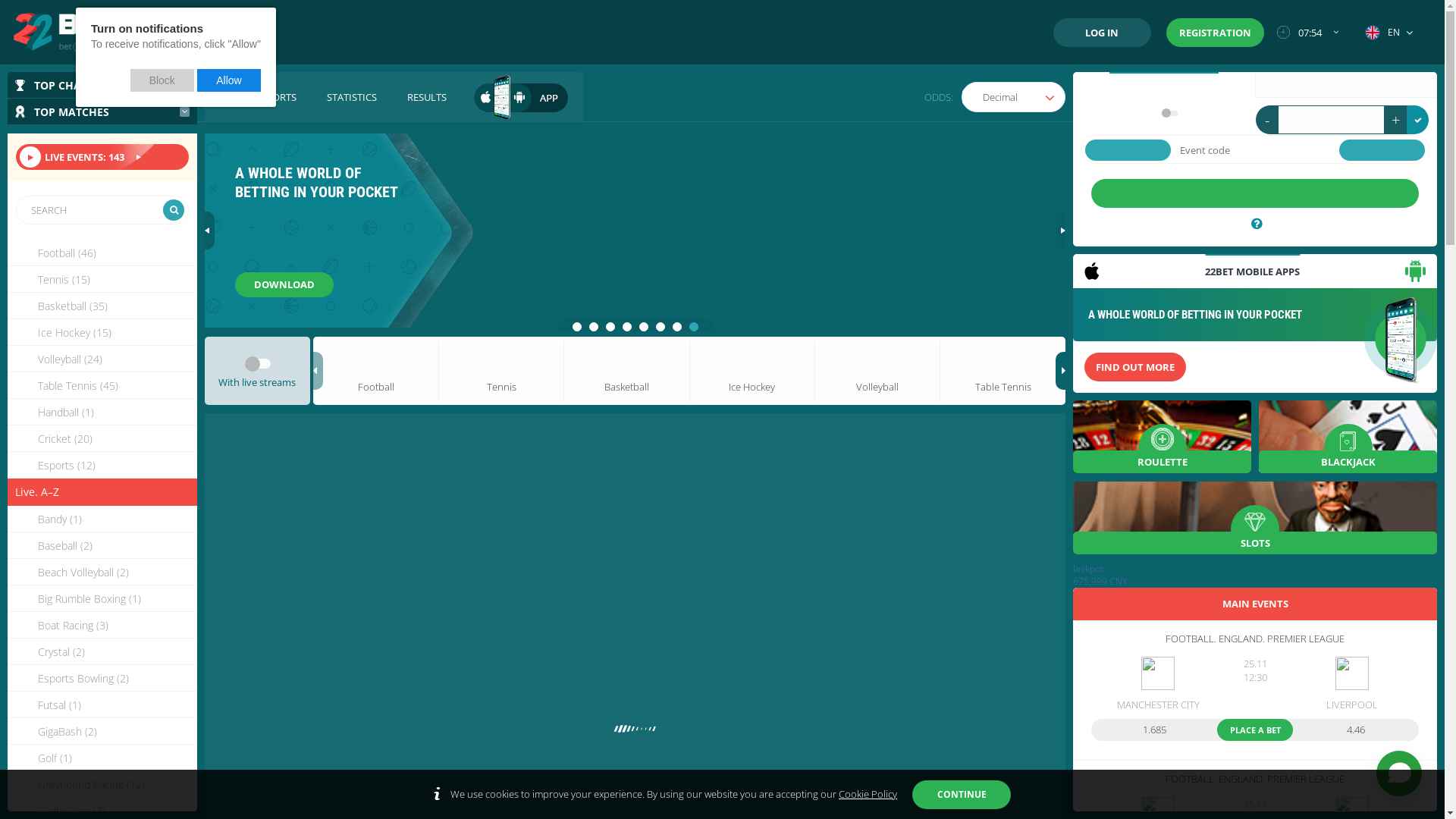 The height and width of the screenshot is (819, 1456). I want to click on 'Boat Racing, so click(101, 625).